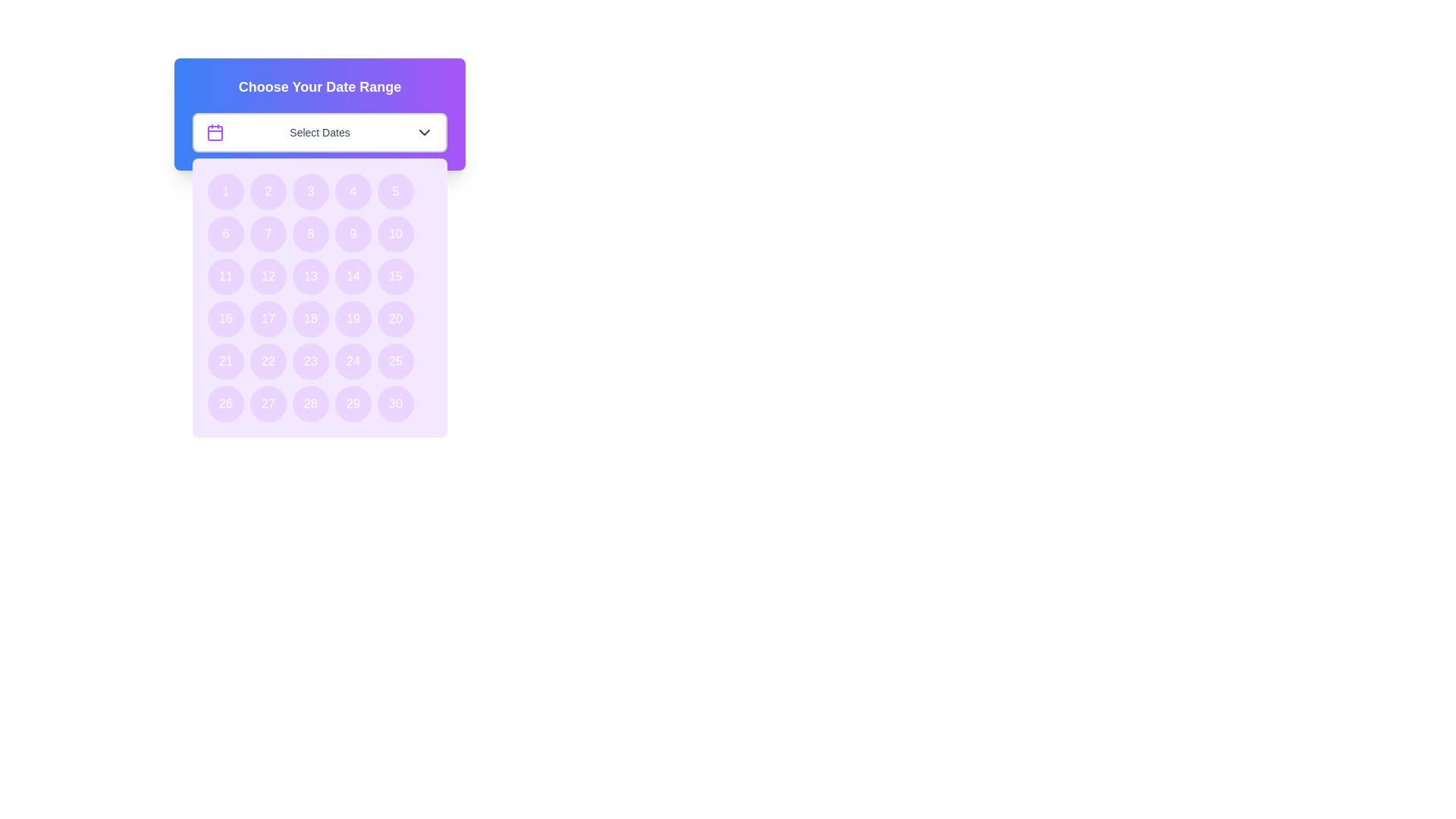  Describe the element at coordinates (268, 277) in the screenshot. I see `the button that allows the user to select the date '12'` at that location.